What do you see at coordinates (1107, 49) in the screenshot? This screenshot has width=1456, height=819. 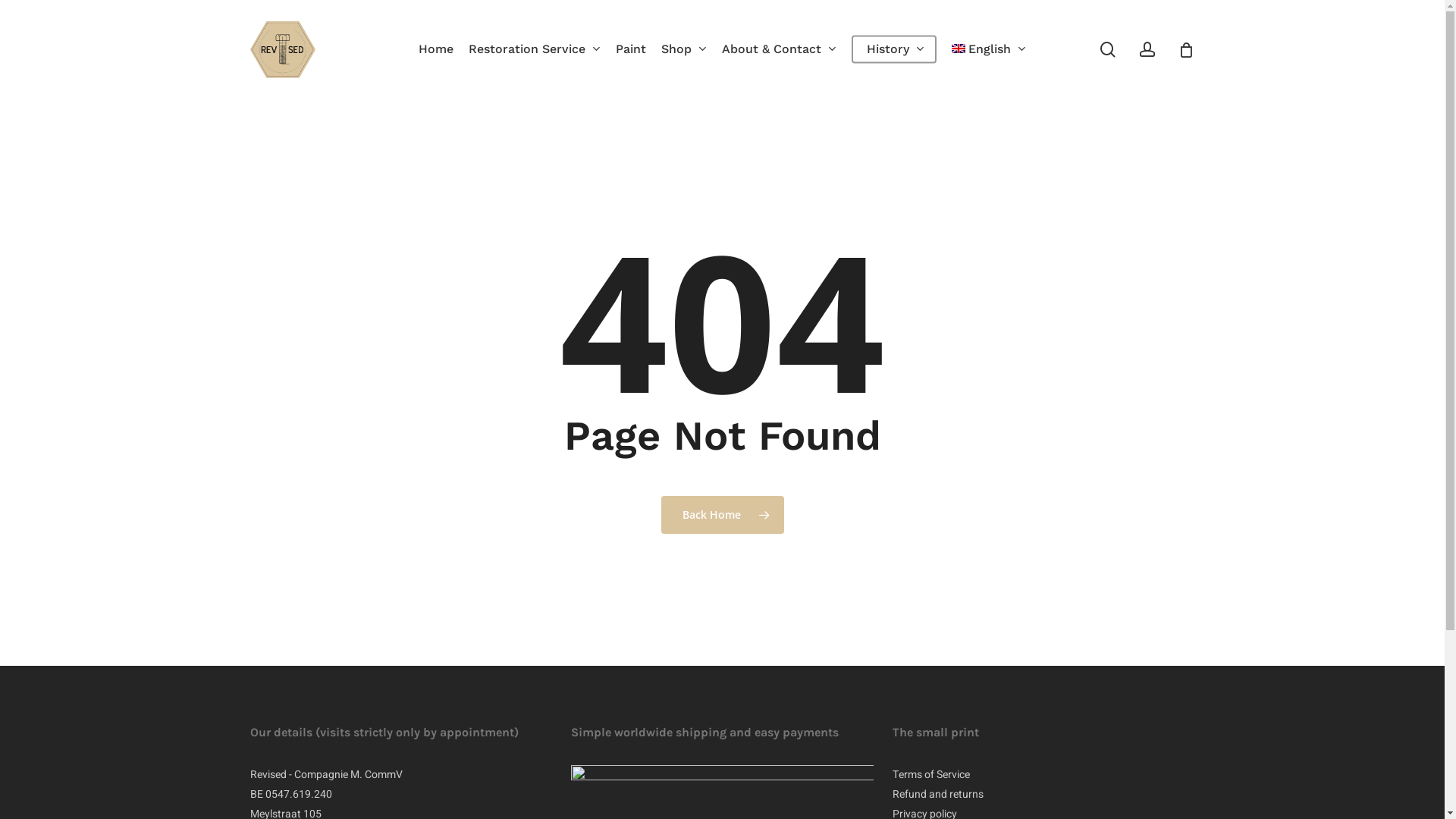 I see `'search'` at bounding box center [1107, 49].